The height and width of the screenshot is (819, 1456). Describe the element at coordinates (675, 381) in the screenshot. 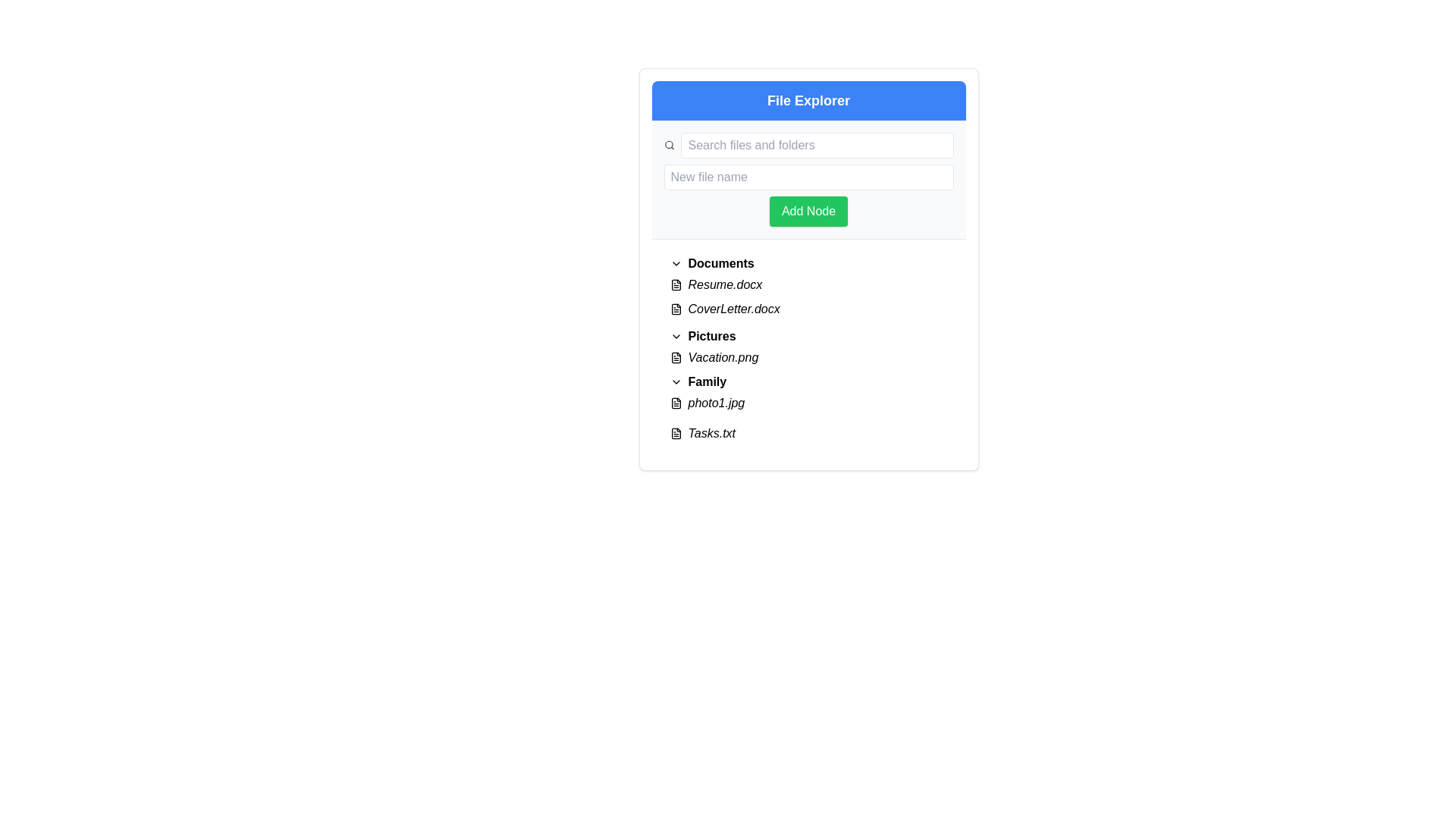

I see `the downward-pointing chevron icon next to the 'Family' text label` at that location.